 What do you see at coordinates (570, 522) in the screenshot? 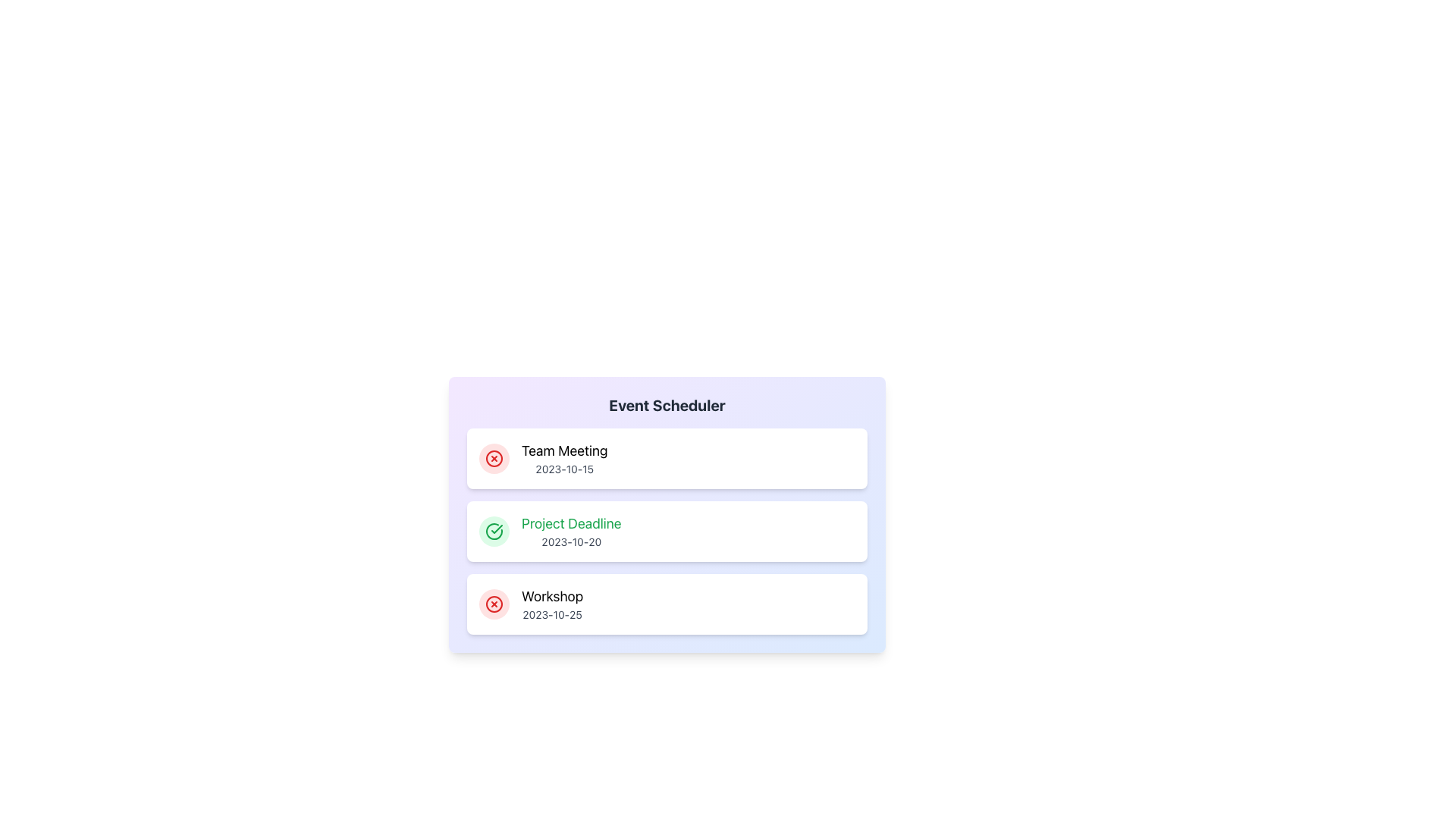
I see `the 'Project Deadline' text label, which is displayed in a large, green font and serves as an important informational label within a card layout` at bounding box center [570, 522].